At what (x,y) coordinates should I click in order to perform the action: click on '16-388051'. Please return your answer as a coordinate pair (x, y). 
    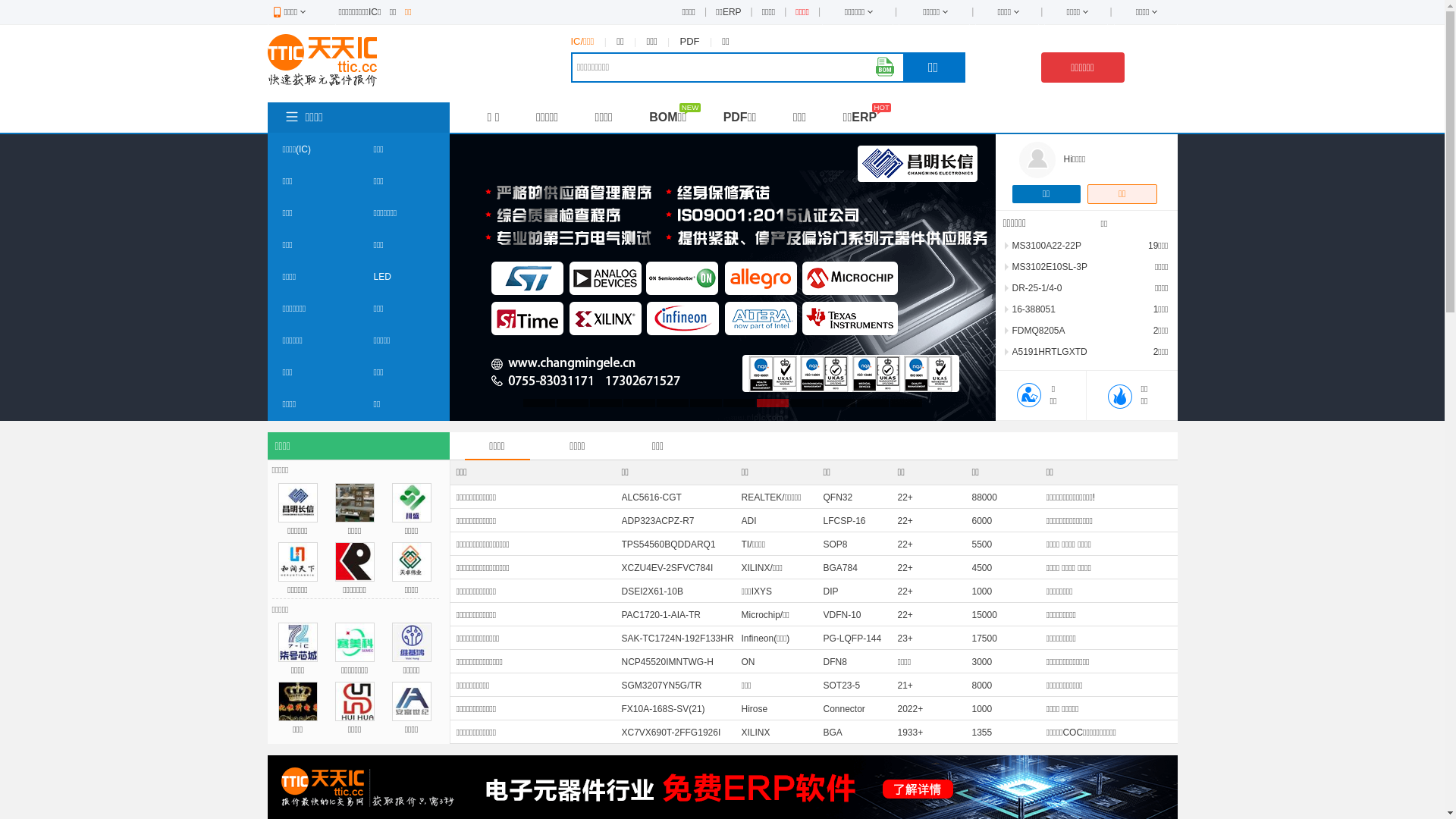
    Looking at the image, I should click on (1032, 309).